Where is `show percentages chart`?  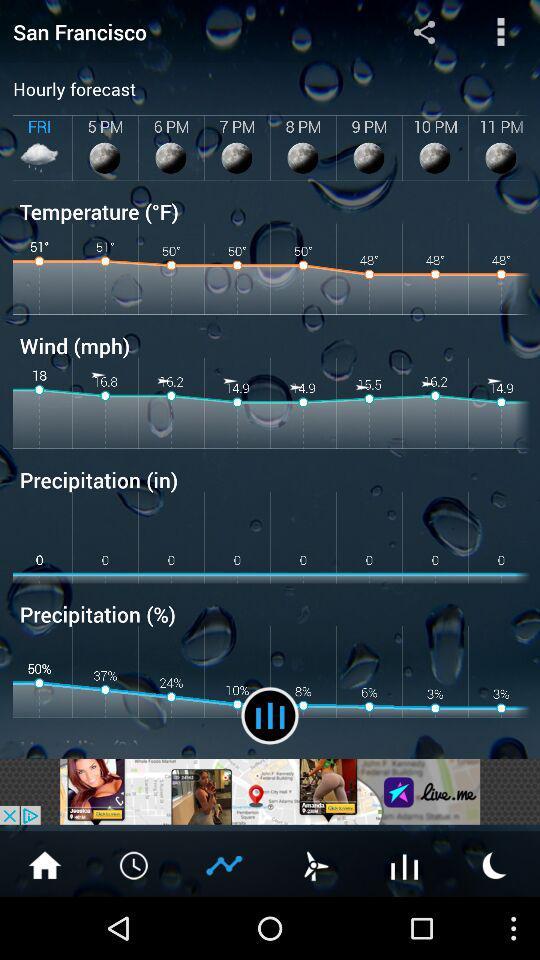 show percentages chart is located at coordinates (224, 863).